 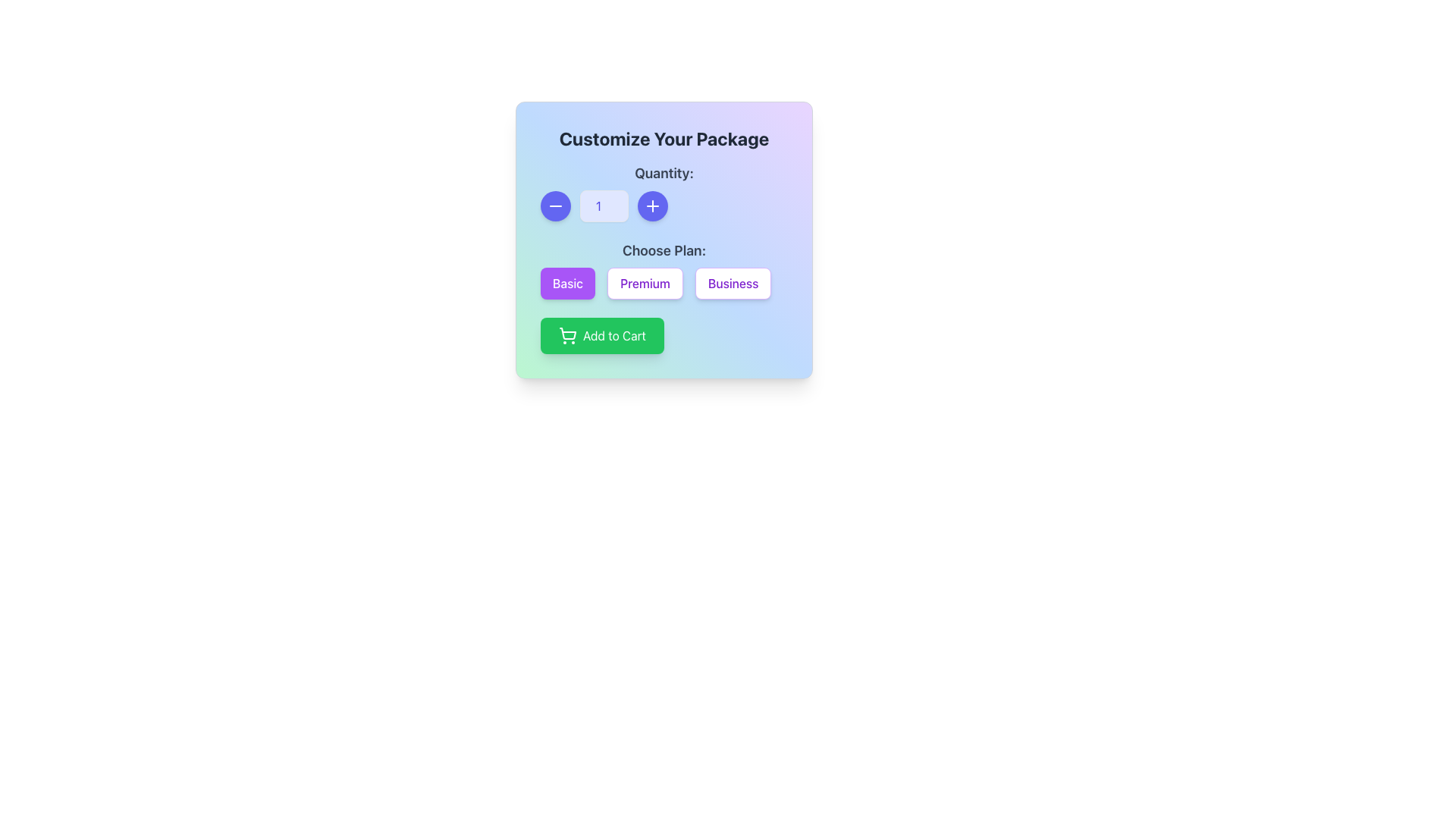 I want to click on text of the label 'Quantity:' which is displayed in bold and gray color, located above the numerical input control in the quantity selection section, so click(x=664, y=172).